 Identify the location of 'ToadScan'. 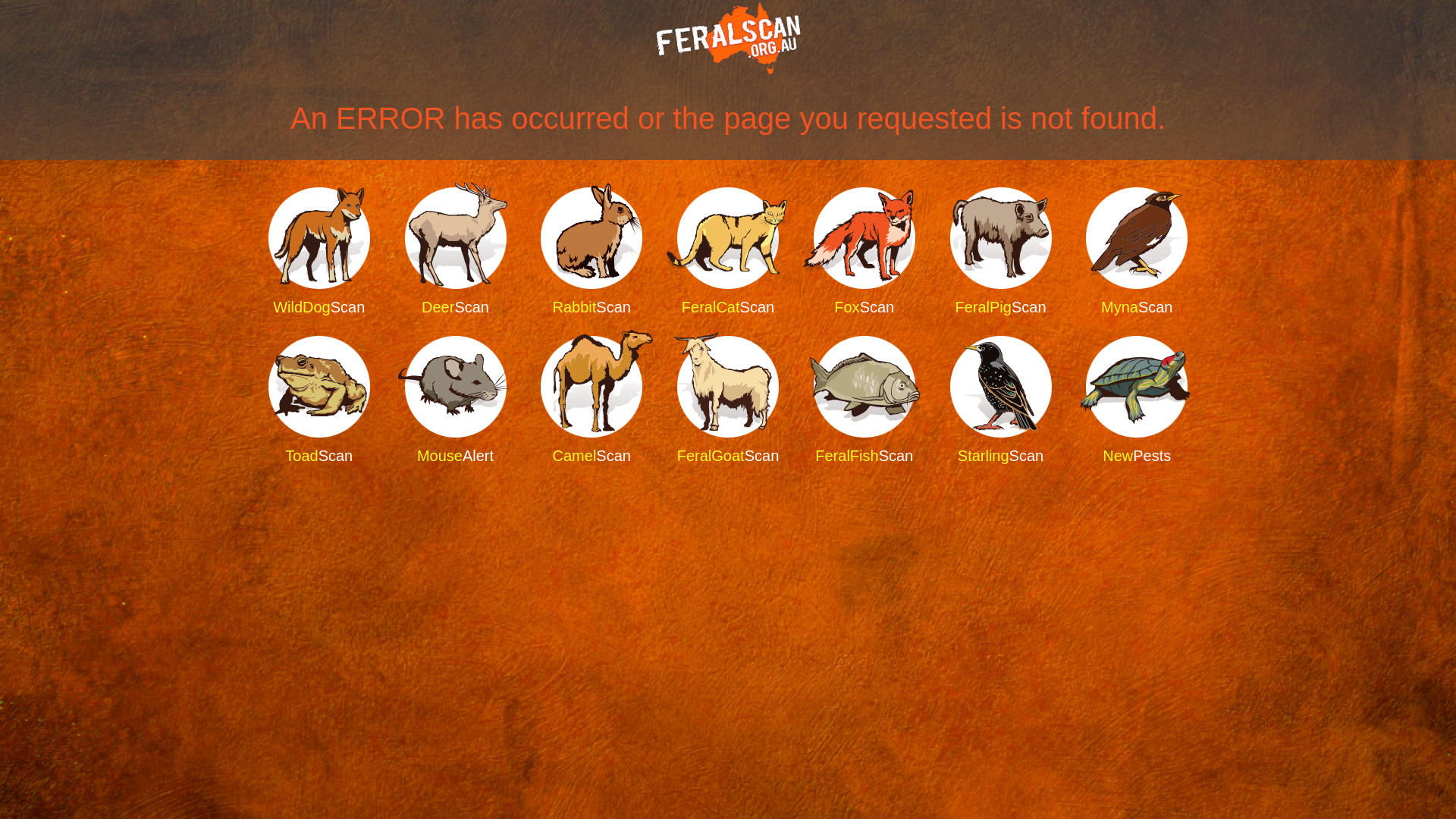
(318, 400).